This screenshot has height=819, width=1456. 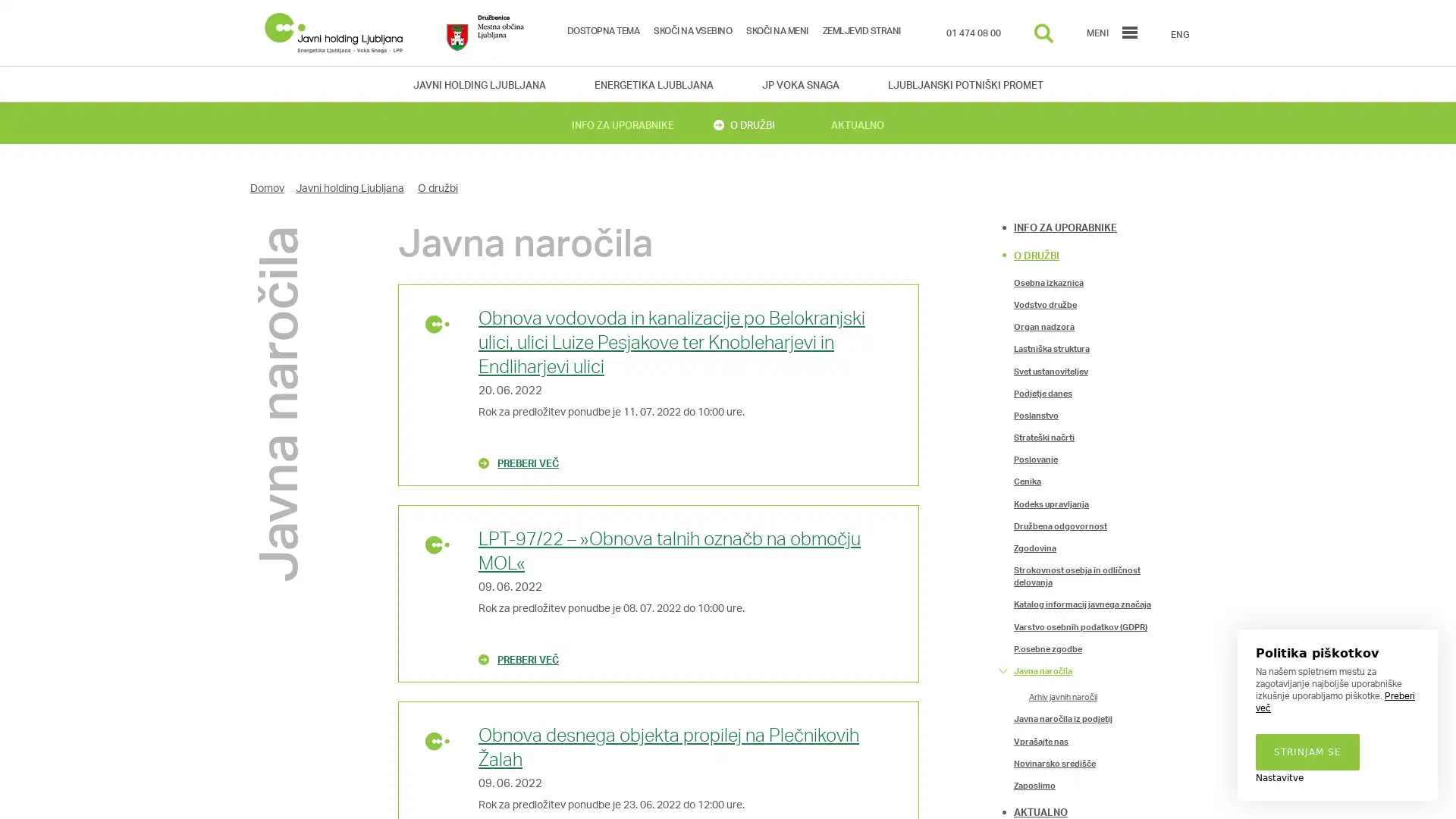 What do you see at coordinates (1003, 669) in the screenshot?
I see `Razsiri meni` at bounding box center [1003, 669].